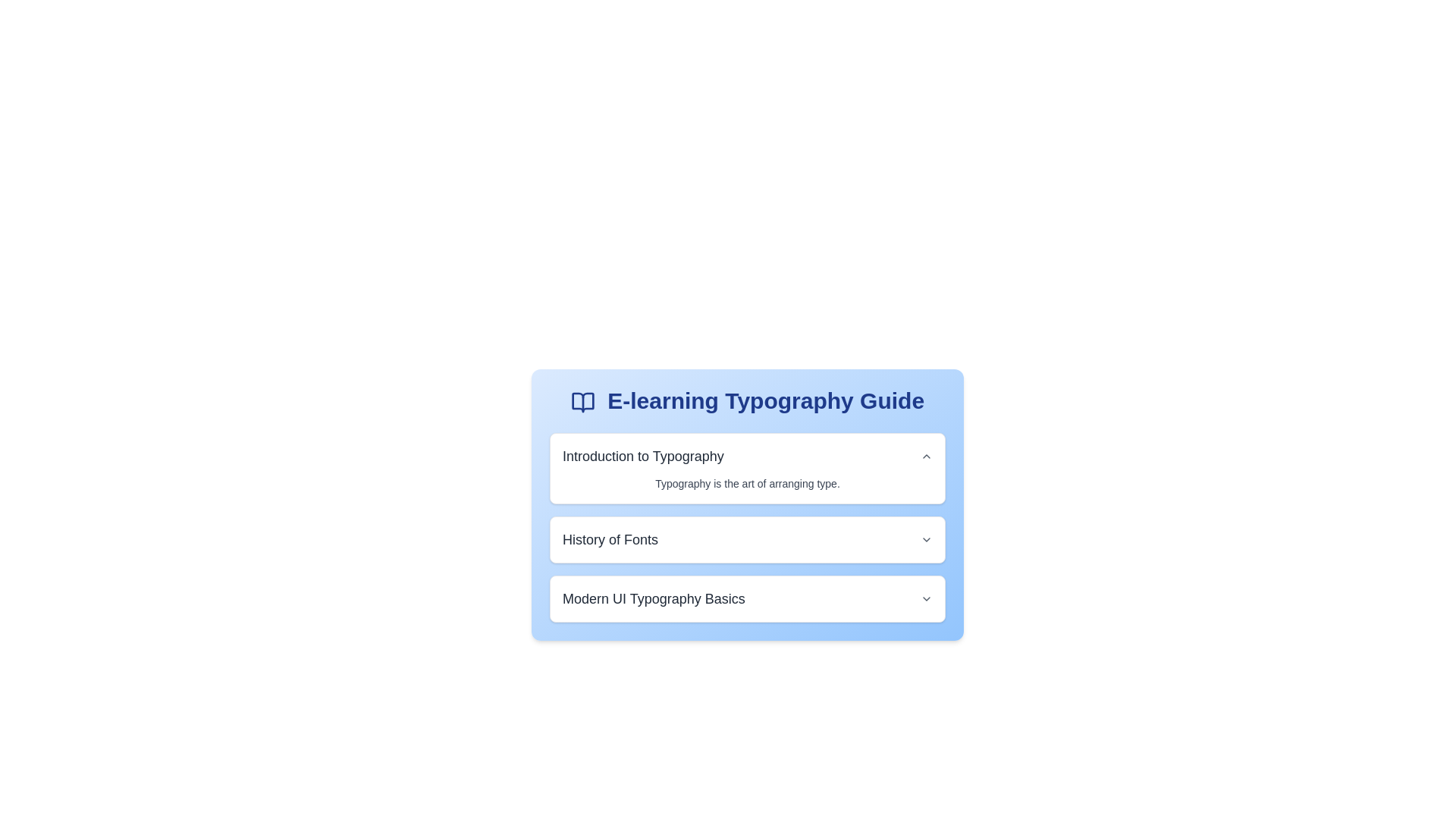 The image size is (1456, 819). Describe the element at coordinates (654, 598) in the screenshot. I see `the 'Modern UI Typography Basics' title component` at that location.